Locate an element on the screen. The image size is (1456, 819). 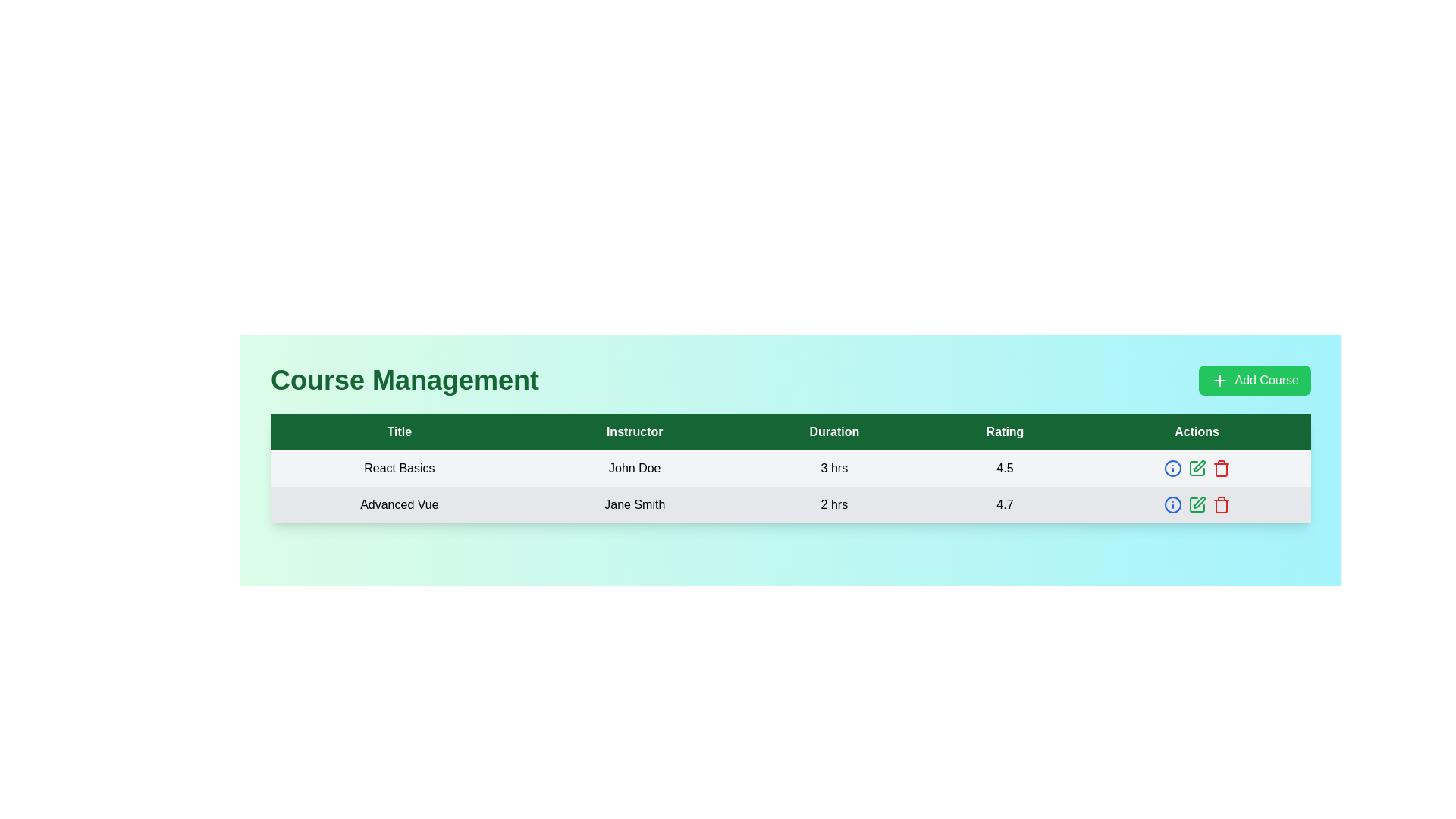
the static text display showing 'John Doe' in the second column of the first data row under the 'Instructor' header is located at coordinates (635, 467).